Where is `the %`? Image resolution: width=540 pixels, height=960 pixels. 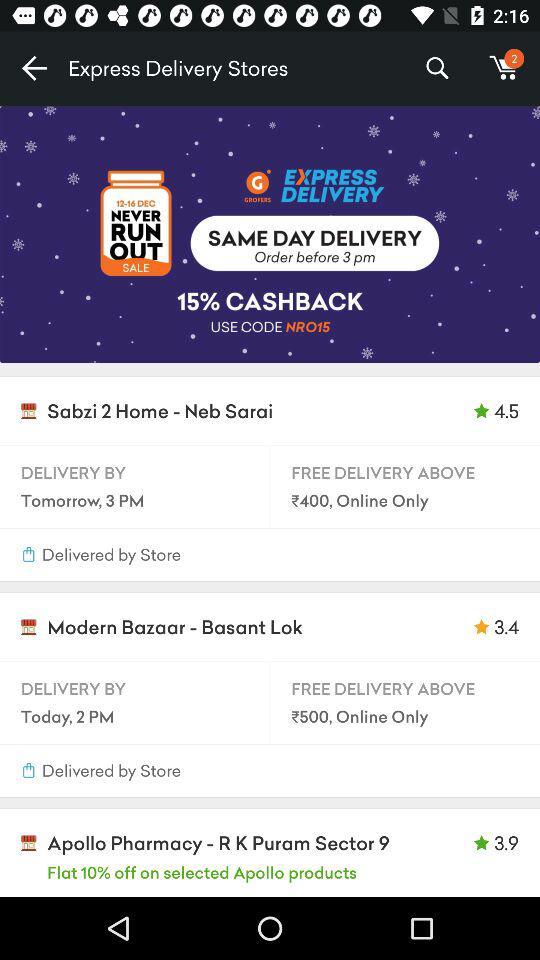
the % is located at coordinates (436, 68).